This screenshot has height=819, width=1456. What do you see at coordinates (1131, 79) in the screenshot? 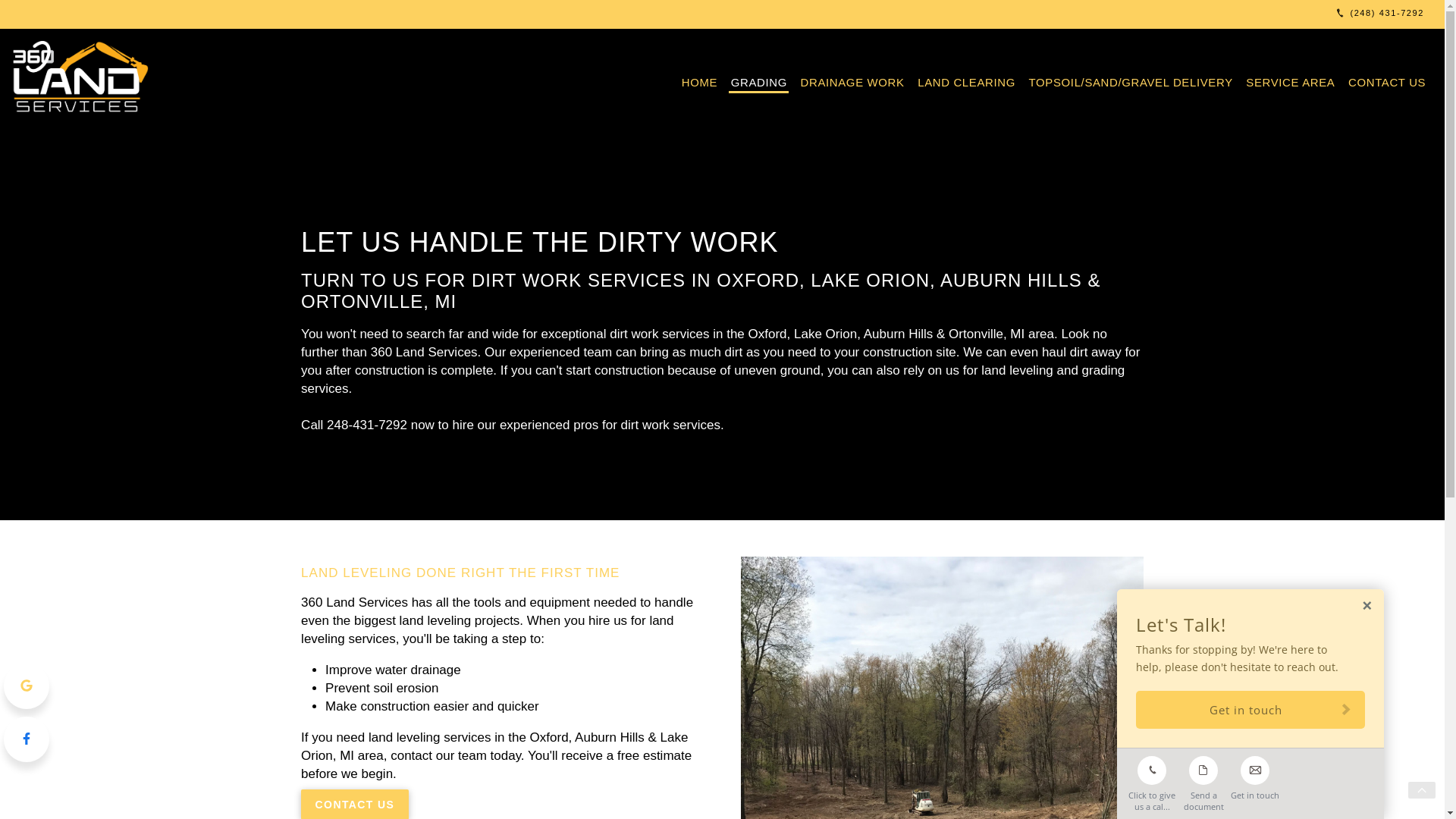
I see `'TOPSOIL/SAND/GRAVEL DELIVERY'` at bounding box center [1131, 79].